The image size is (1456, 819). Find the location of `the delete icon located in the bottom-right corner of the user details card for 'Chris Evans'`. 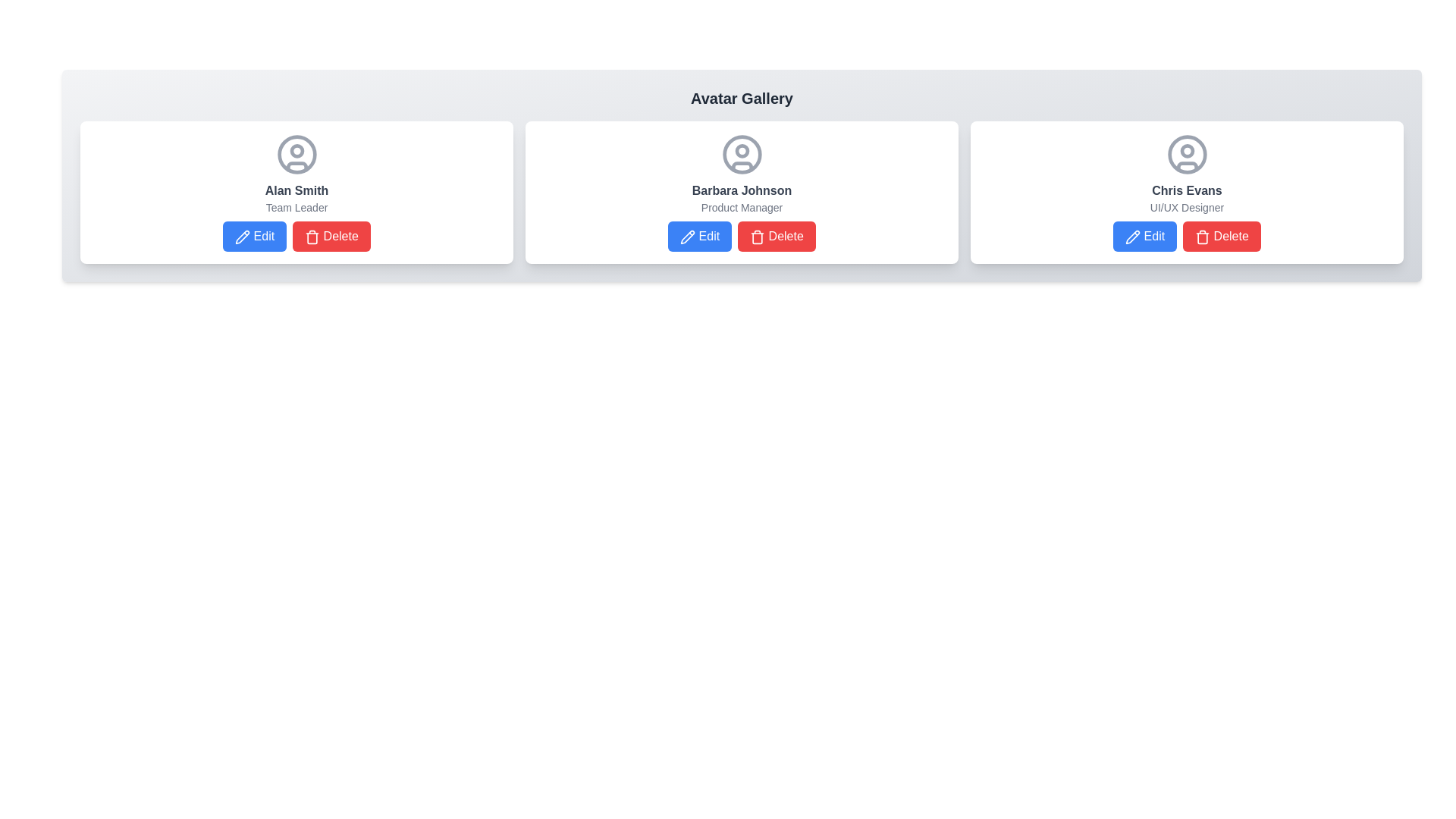

the delete icon located in the bottom-right corner of the user details card for 'Chris Evans' is located at coordinates (1202, 237).